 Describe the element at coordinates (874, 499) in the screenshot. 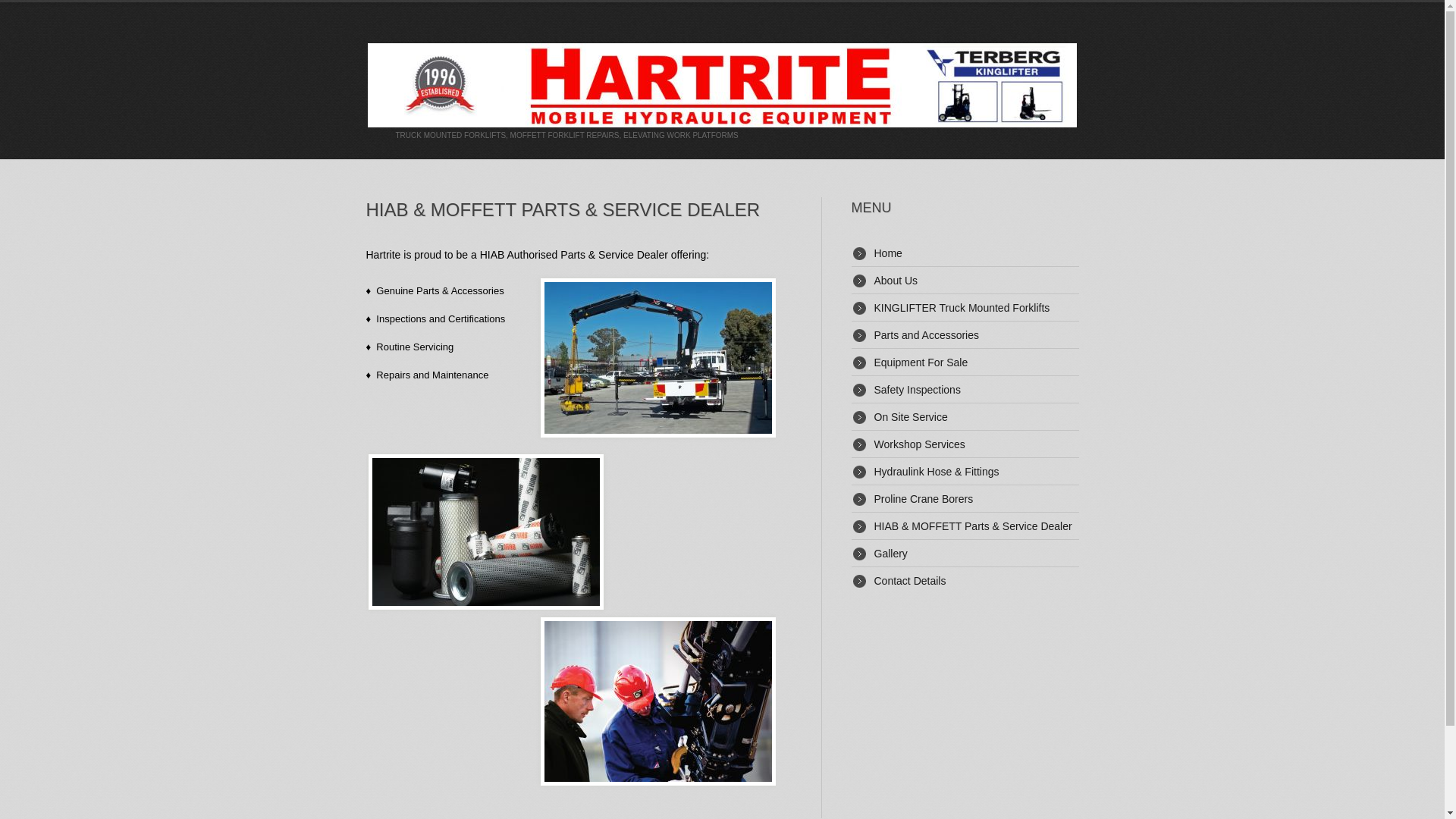

I see `'Proline Crane Borers'` at that location.